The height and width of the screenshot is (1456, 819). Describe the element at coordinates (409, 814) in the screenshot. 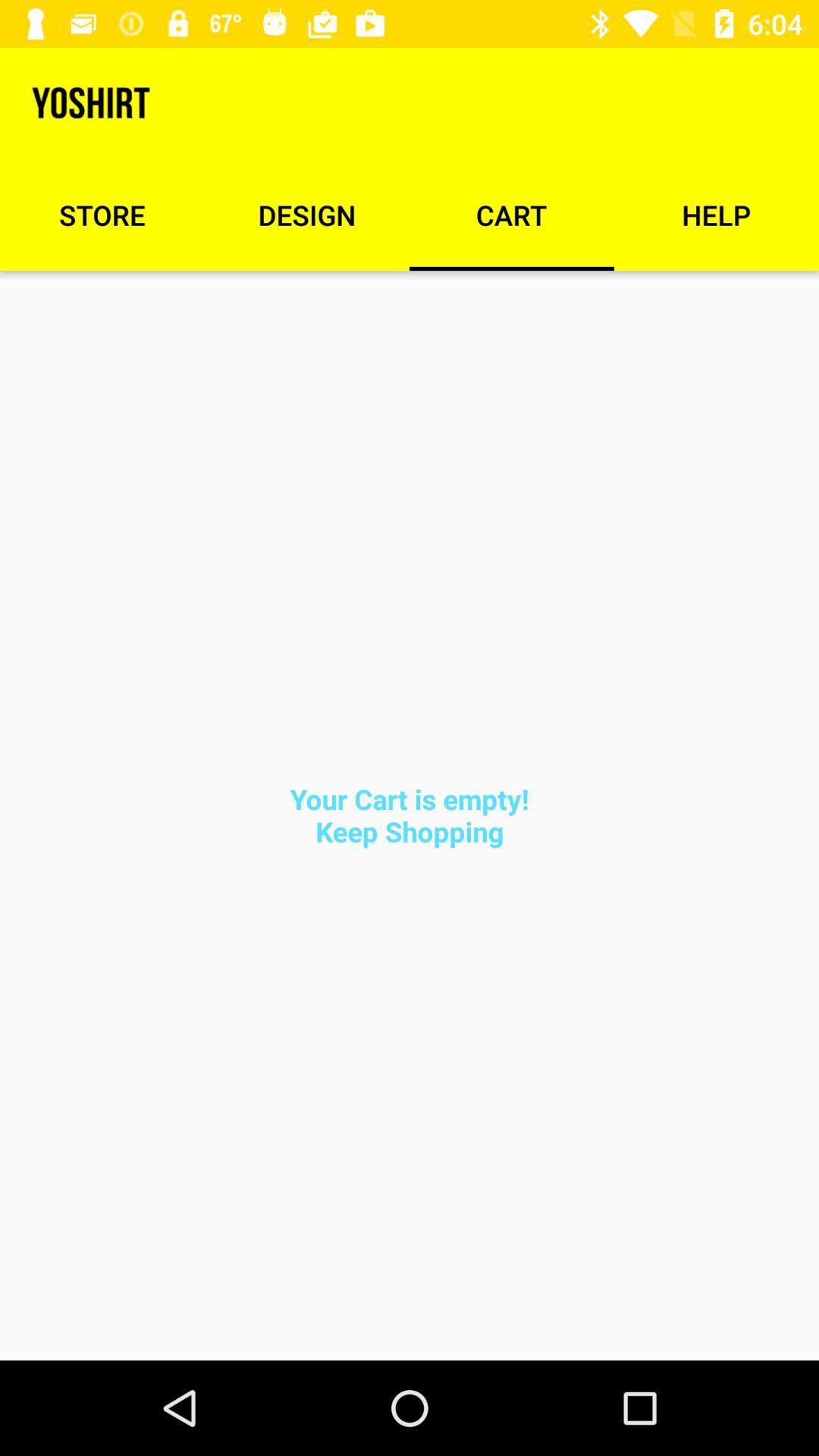

I see `your cart is icon` at that location.